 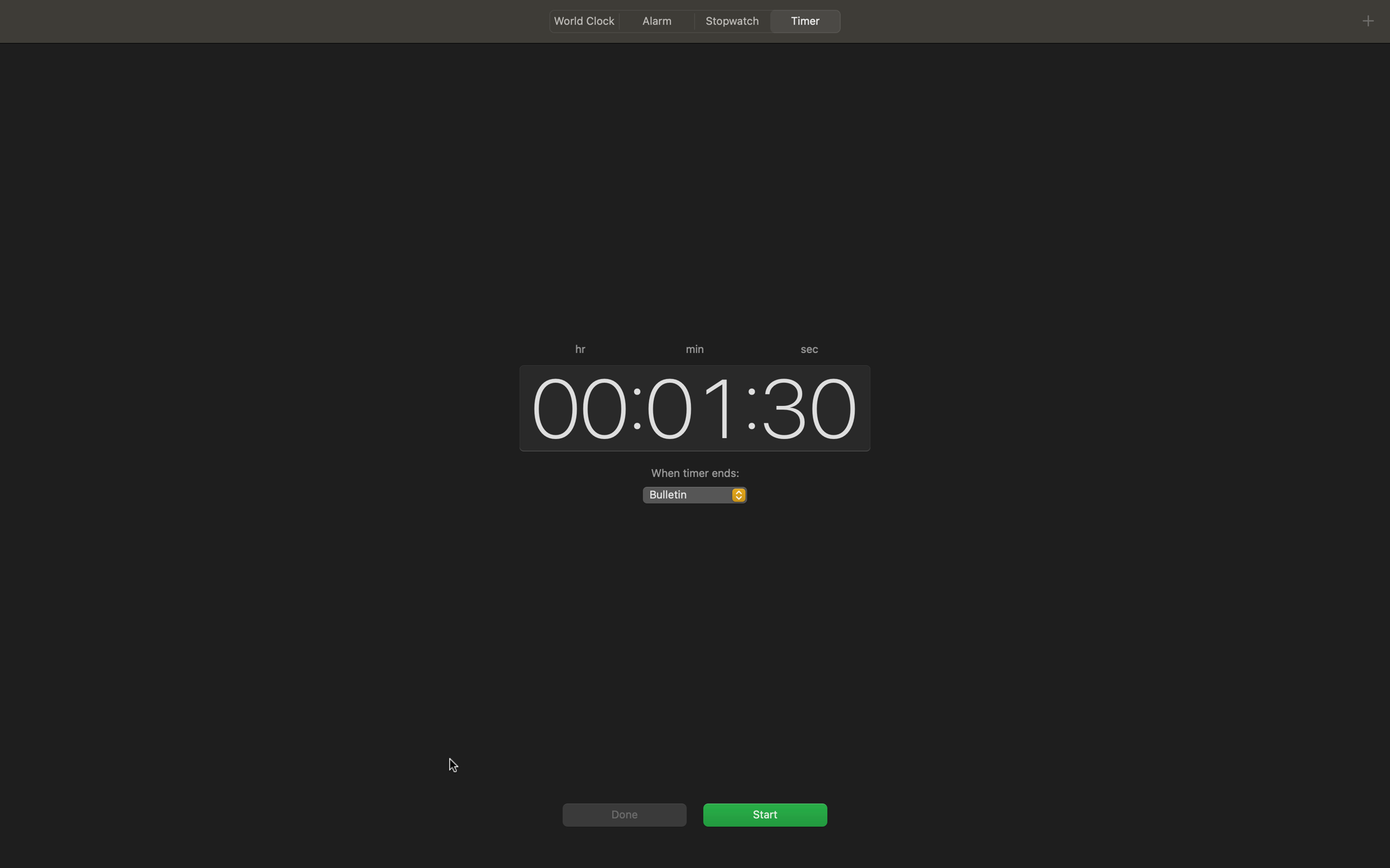 What do you see at coordinates (693, 494) in the screenshot?
I see `audio setting to chimes sound` at bounding box center [693, 494].